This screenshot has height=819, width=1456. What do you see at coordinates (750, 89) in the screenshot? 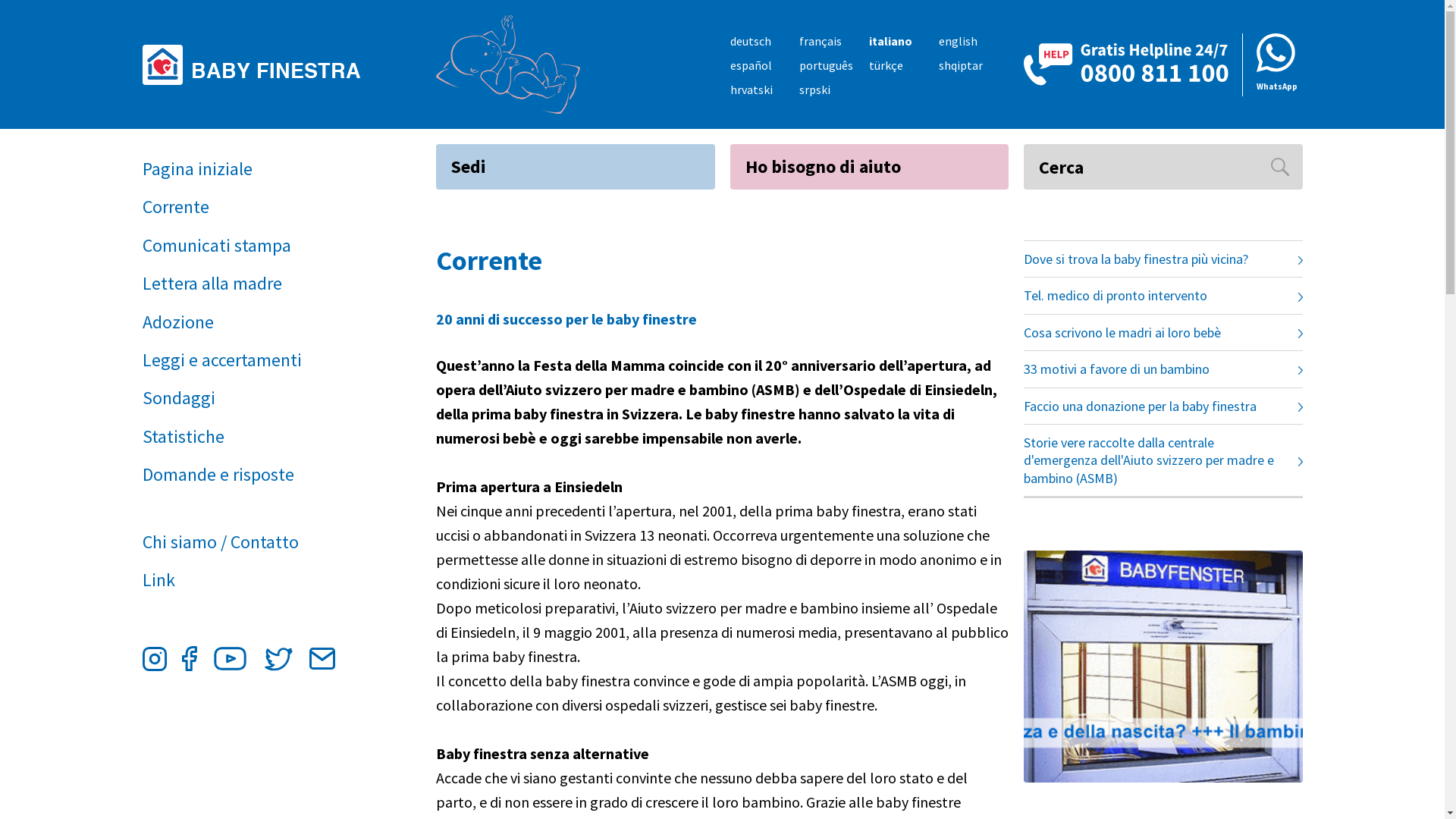
I see `'hrvatski'` at bounding box center [750, 89].